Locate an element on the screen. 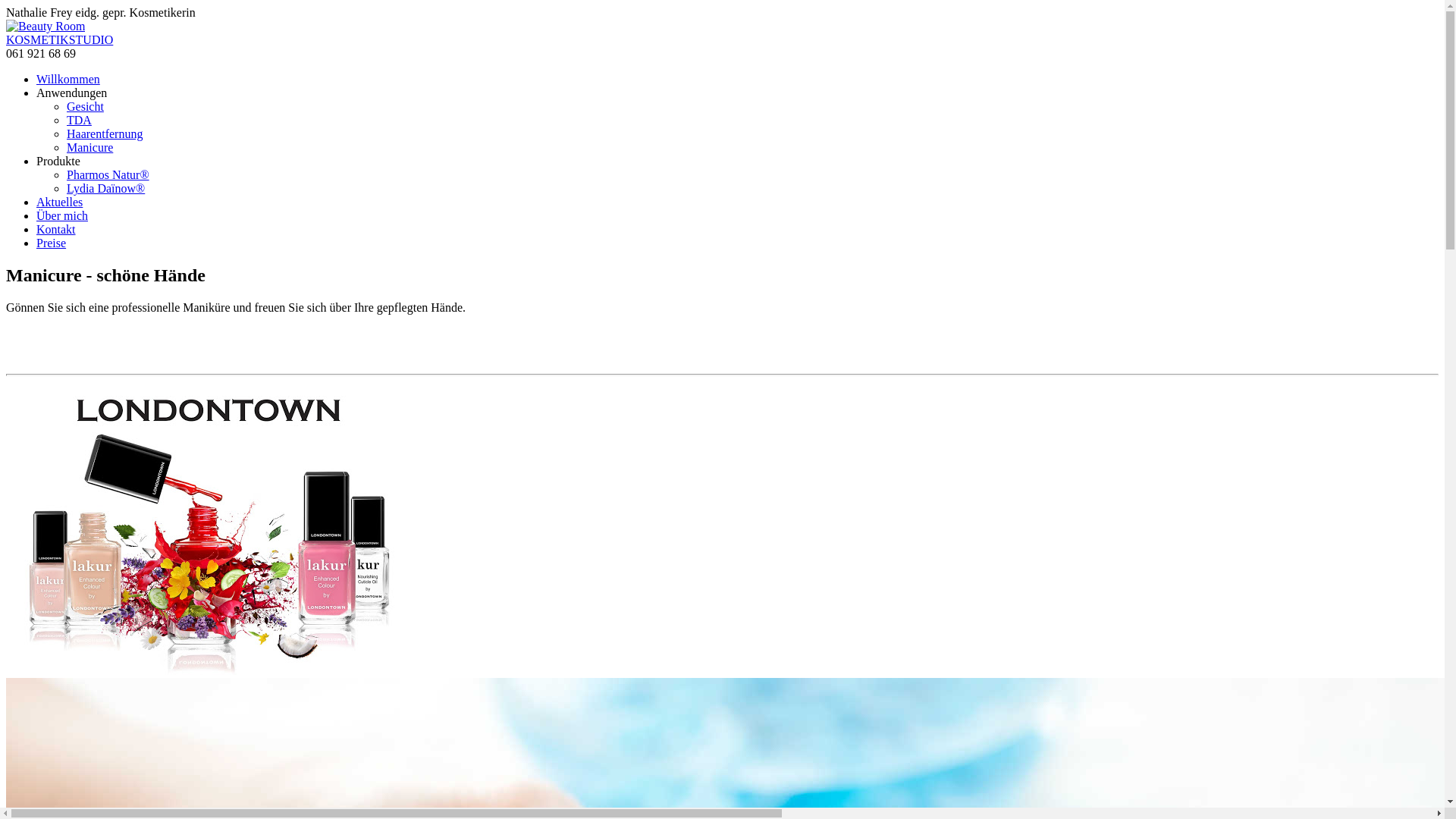 The image size is (1456, 819). 'Kontakt' is located at coordinates (55, 229).